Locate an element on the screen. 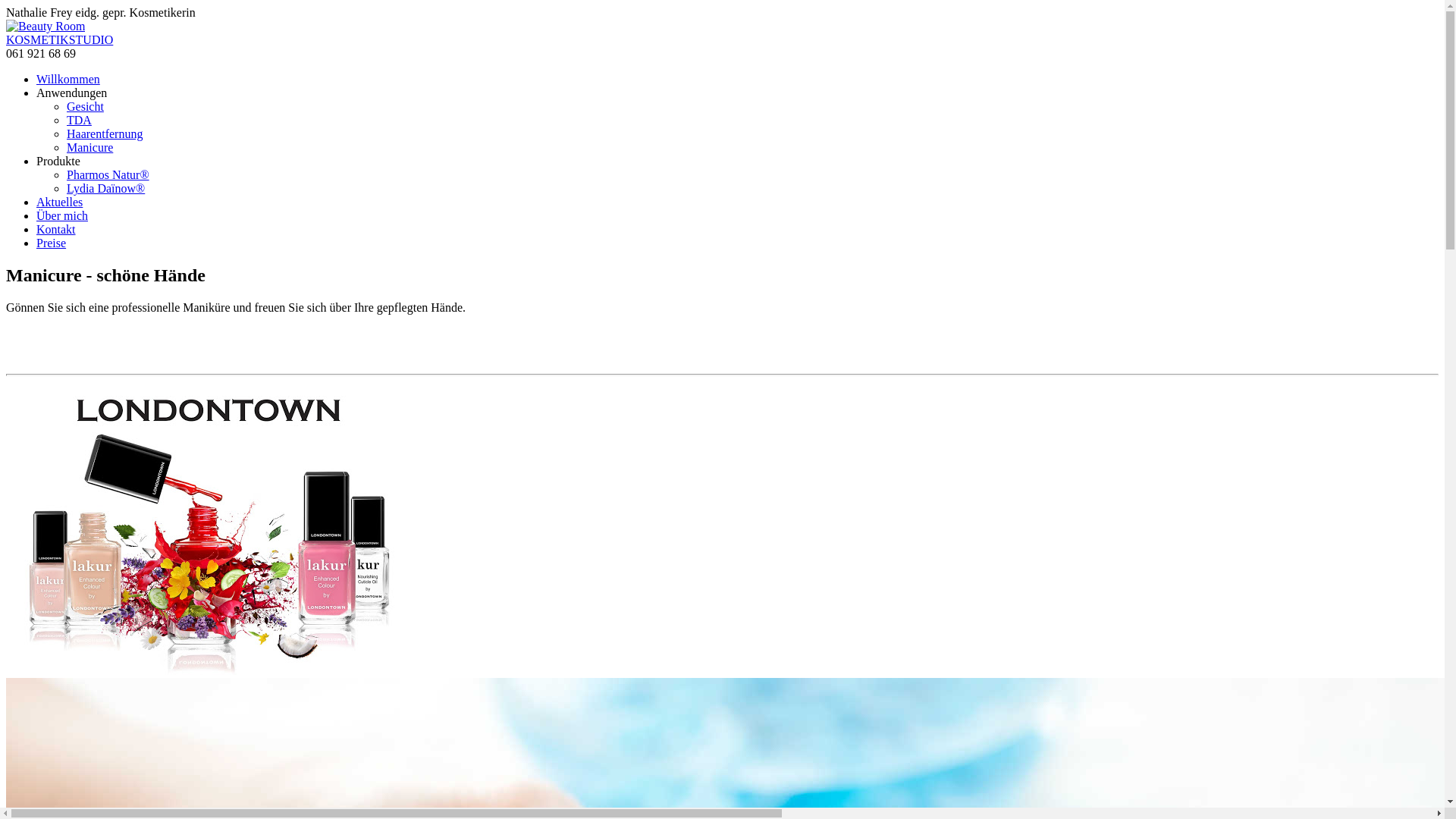 The image size is (1456, 819). 'Kontakt' is located at coordinates (55, 229).